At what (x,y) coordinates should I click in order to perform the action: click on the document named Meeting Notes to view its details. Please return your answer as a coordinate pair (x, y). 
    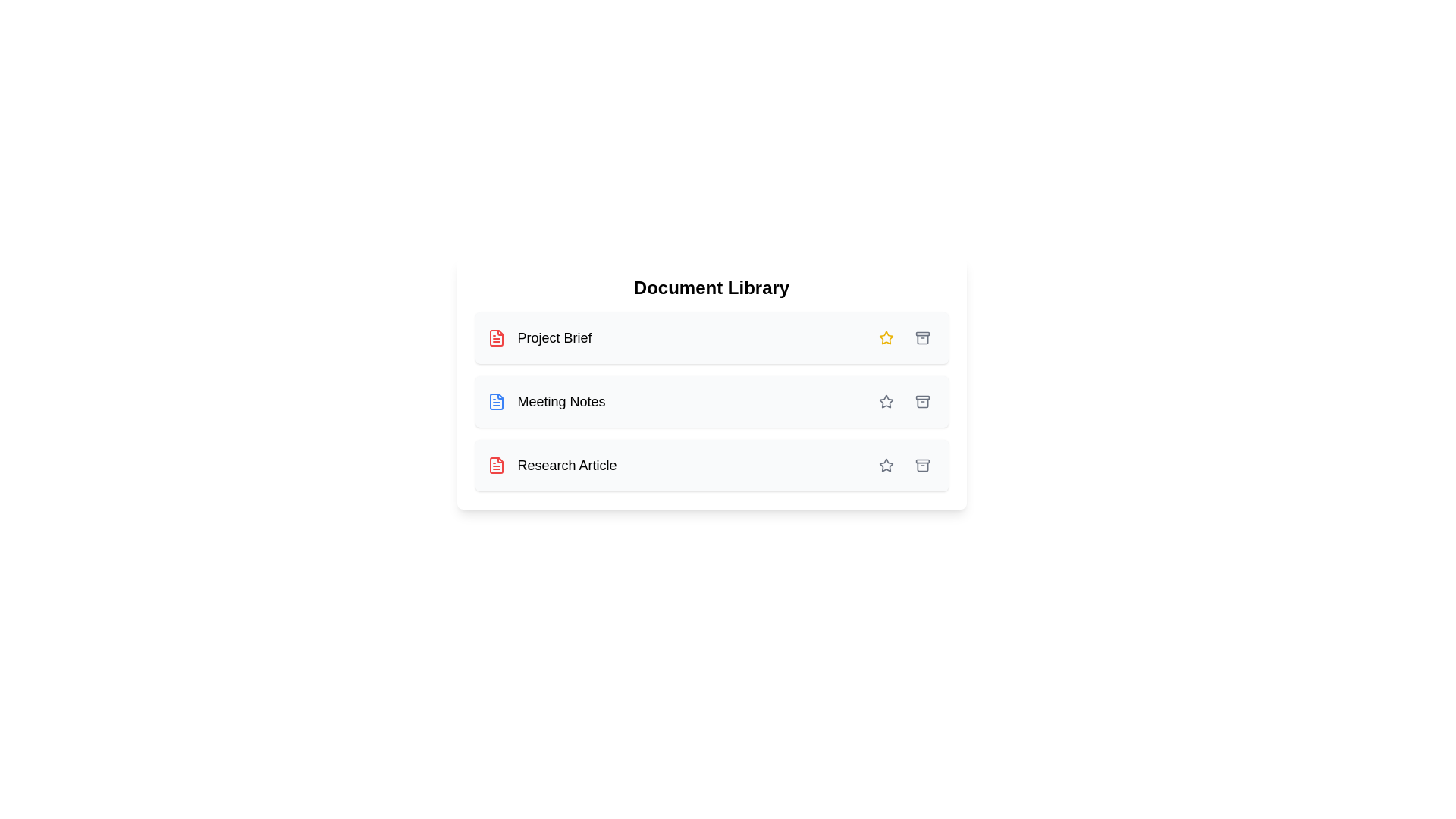
    Looking at the image, I should click on (546, 400).